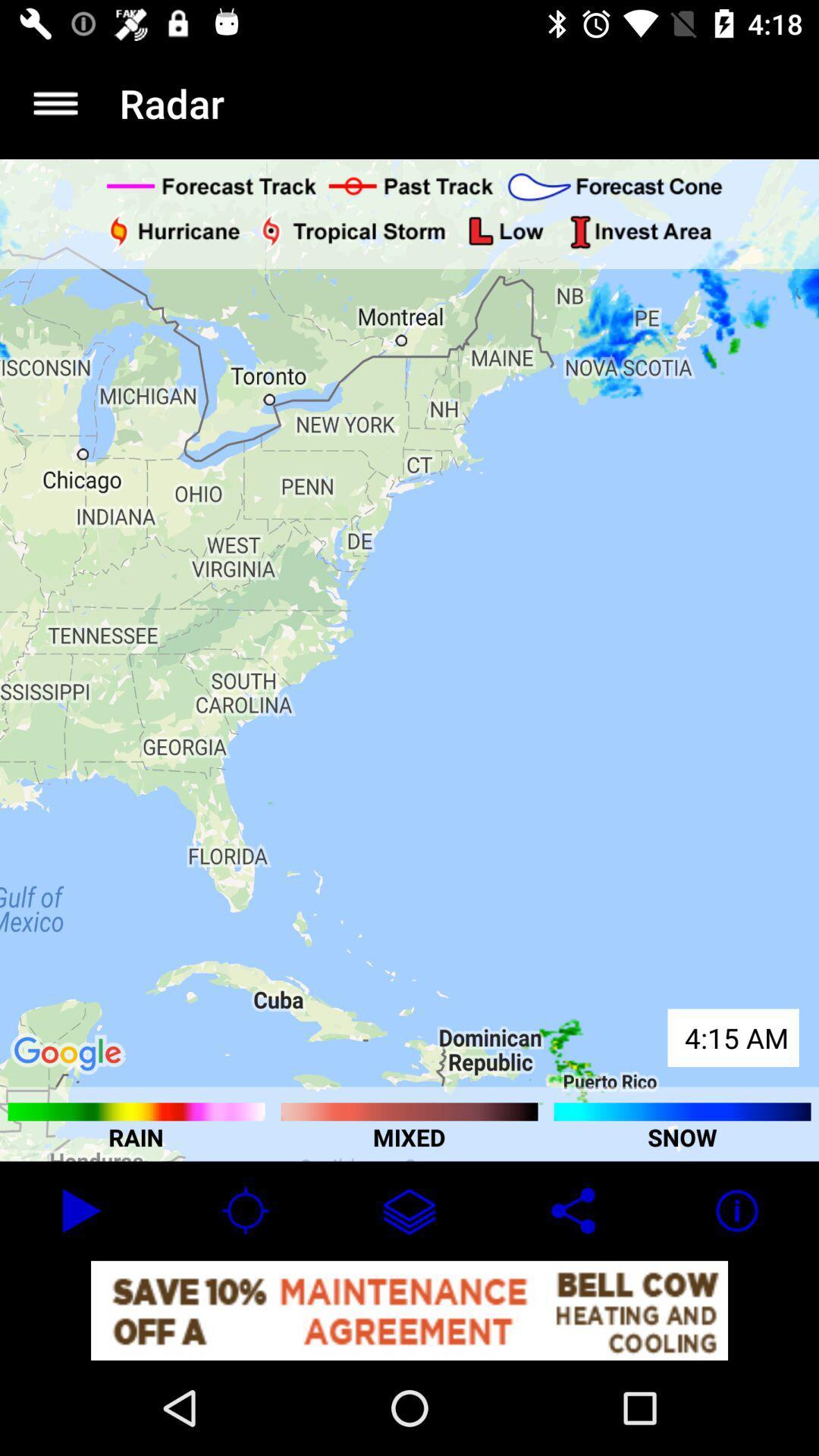 This screenshot has height=1456, width=819. Describe the element at coordinates (55, 102) in the screenshot. I see `the item next to radar app` at that location.